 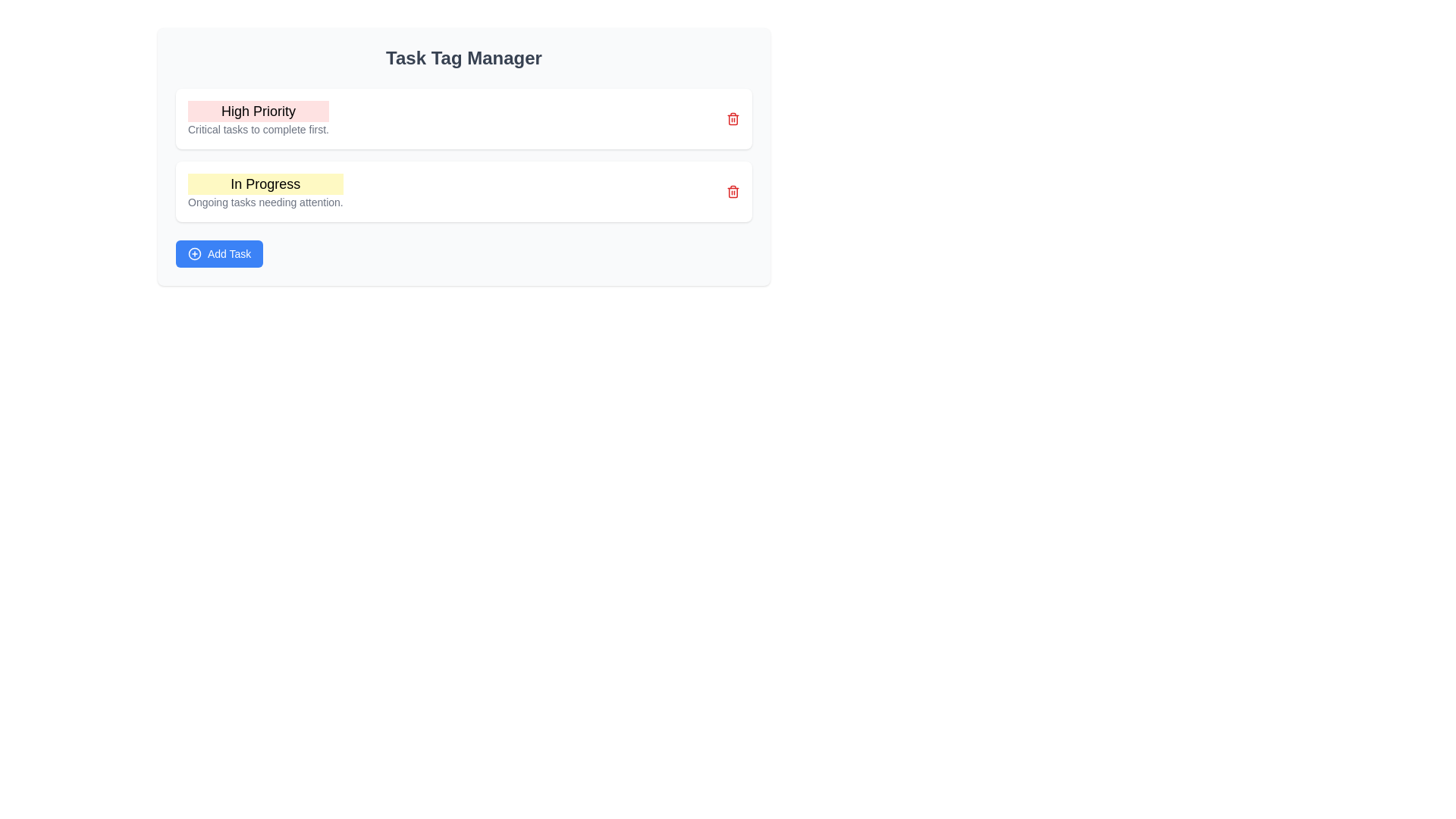 I want to click on content within the categorized task display panel titled 'High Priority' and 'In Progress', which is centrally located within the 'Task Tag Manager', so click(x=463, y=157).